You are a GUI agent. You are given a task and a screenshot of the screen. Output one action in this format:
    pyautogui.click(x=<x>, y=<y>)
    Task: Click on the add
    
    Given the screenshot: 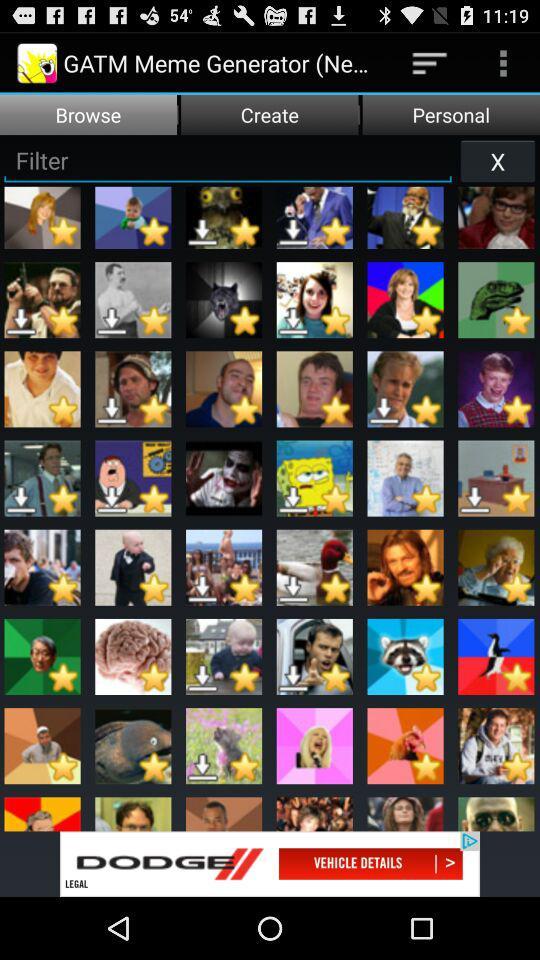 What is the action you would take?
    pyautogui.click(x=270, y=863)
    